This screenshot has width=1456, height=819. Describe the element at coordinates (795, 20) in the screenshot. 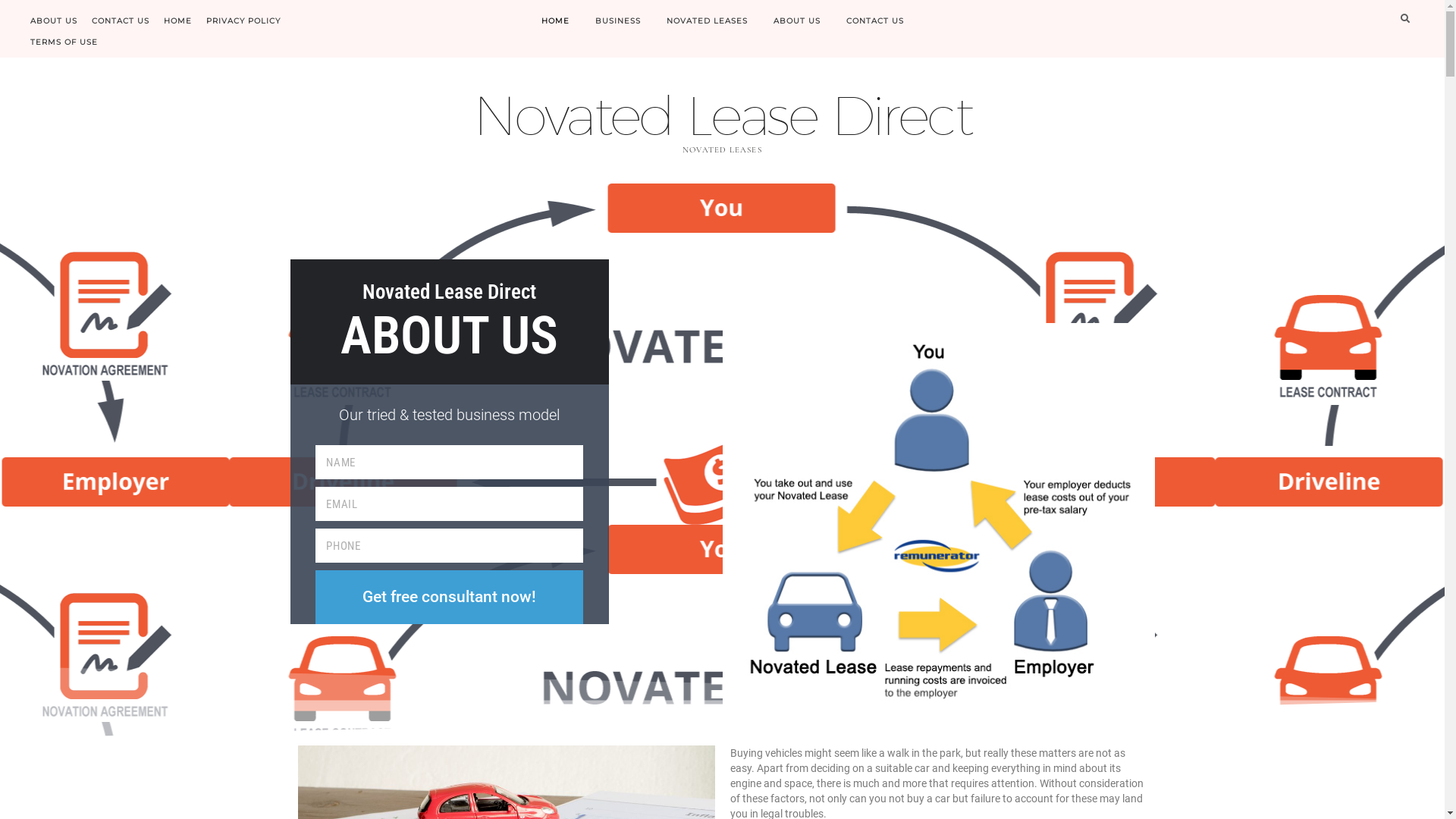

I see `'ABOUT US'` at that location.